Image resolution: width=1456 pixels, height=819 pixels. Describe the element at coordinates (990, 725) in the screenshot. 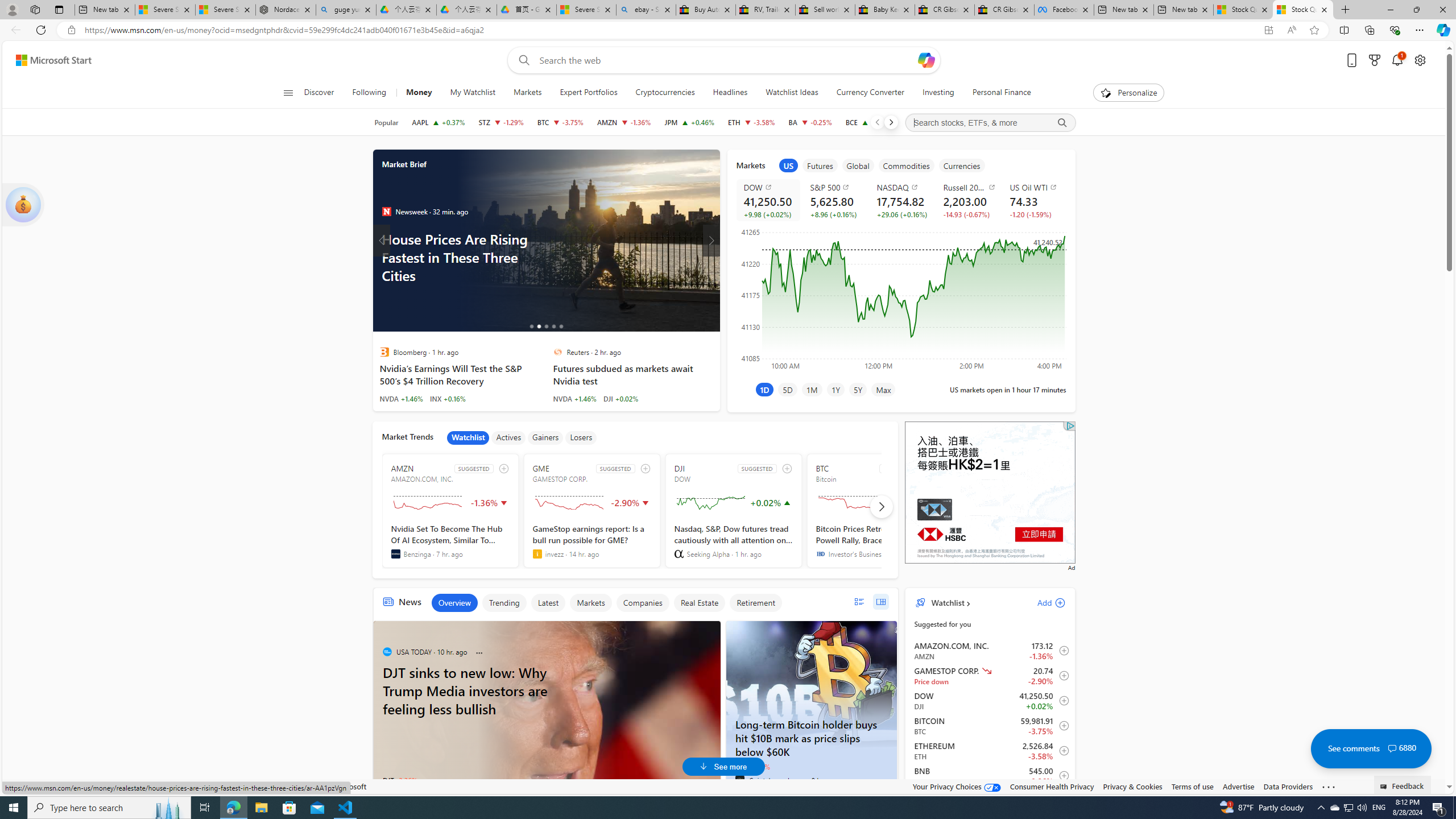

I see `'BTC Bitcoin decrease 59,981.91 -2,246.92 -3.75% item3'` at that location.